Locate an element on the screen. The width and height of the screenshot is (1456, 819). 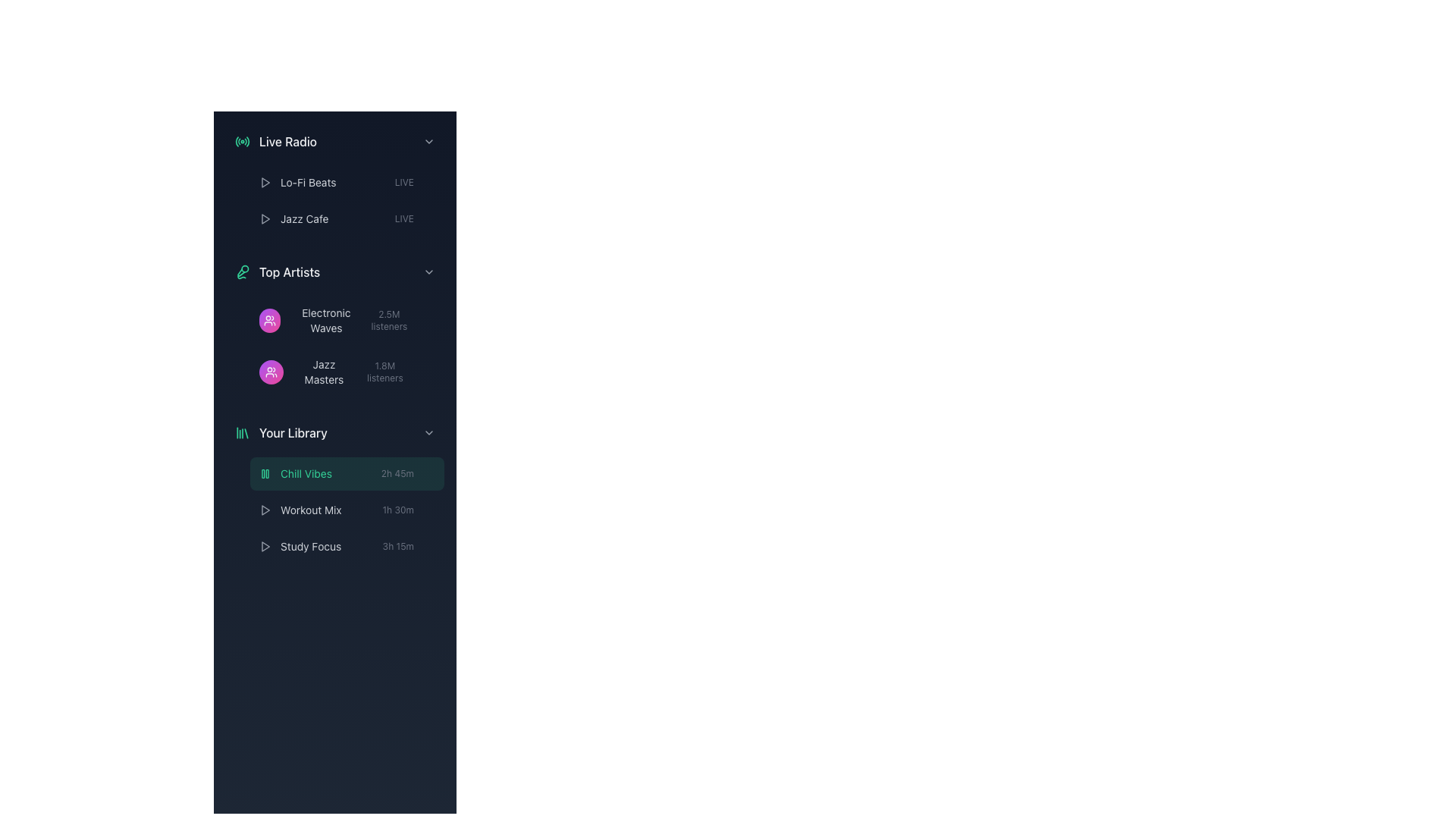
the 'Study Focus' text label, which is the third item under the 'Your Library' section in the sidebar, positioned below 'Workout Mix' and 'Chill Vibes' is located at coordinates (310, 547).